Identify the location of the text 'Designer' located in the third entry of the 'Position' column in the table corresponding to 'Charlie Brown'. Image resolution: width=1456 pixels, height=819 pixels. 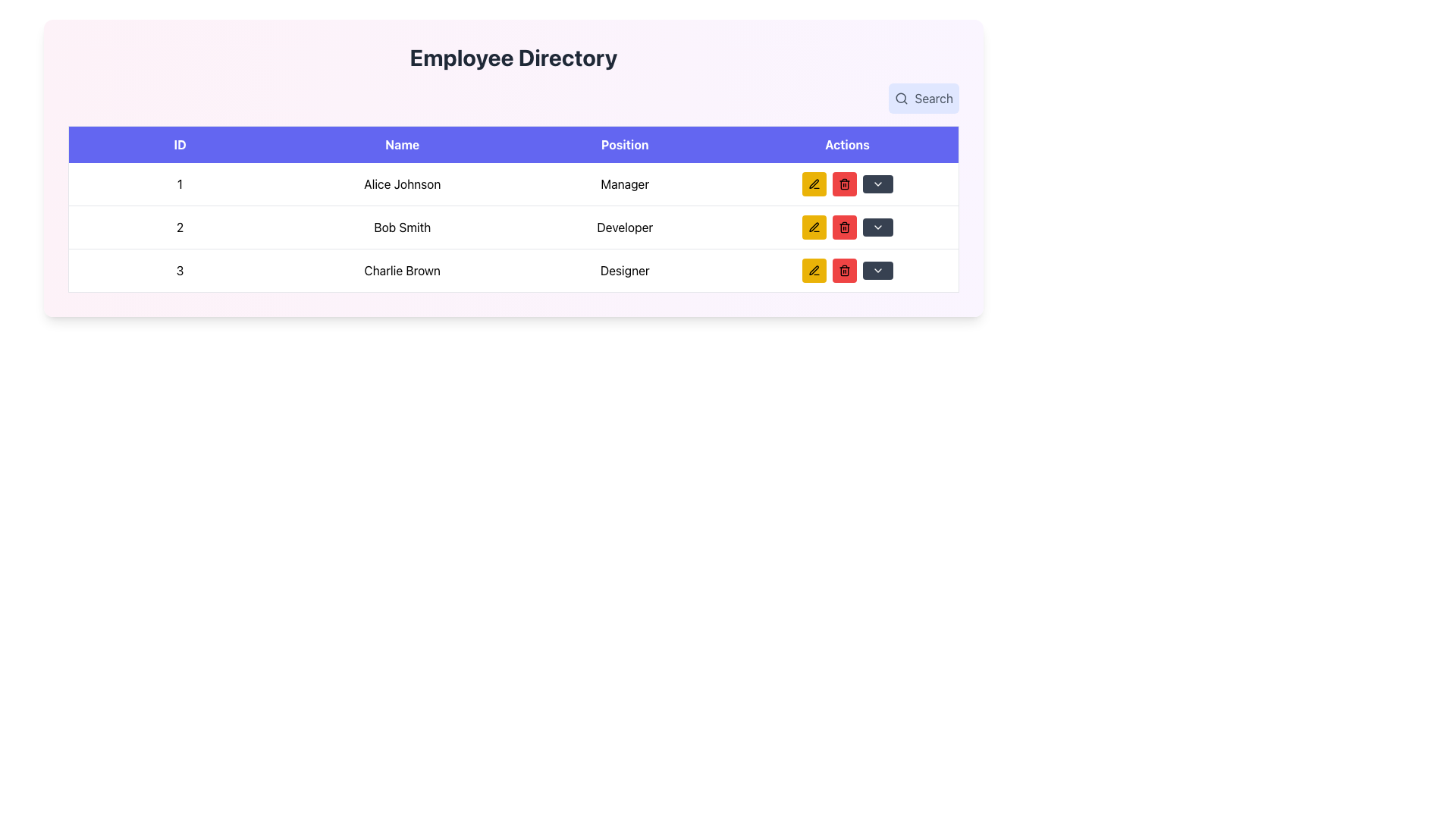
(625, 270).